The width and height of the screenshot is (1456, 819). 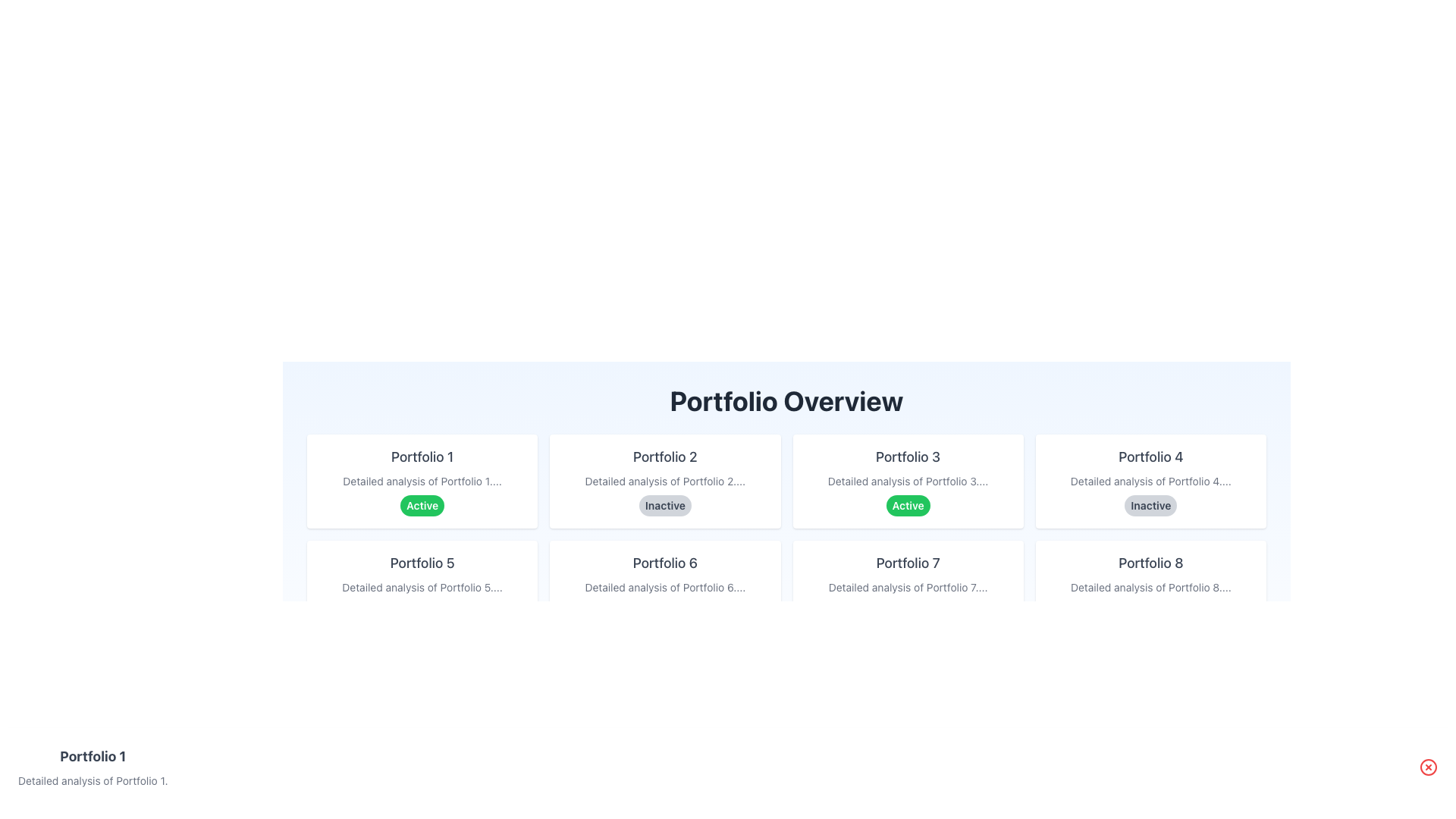 I want to click on the text label that reads 'Detailed analysis of Portfolio 7....', which is positioned below the 'Portfolio 7' title and above the green 'Active' badge in the card layout, so click(x=908, y=587).